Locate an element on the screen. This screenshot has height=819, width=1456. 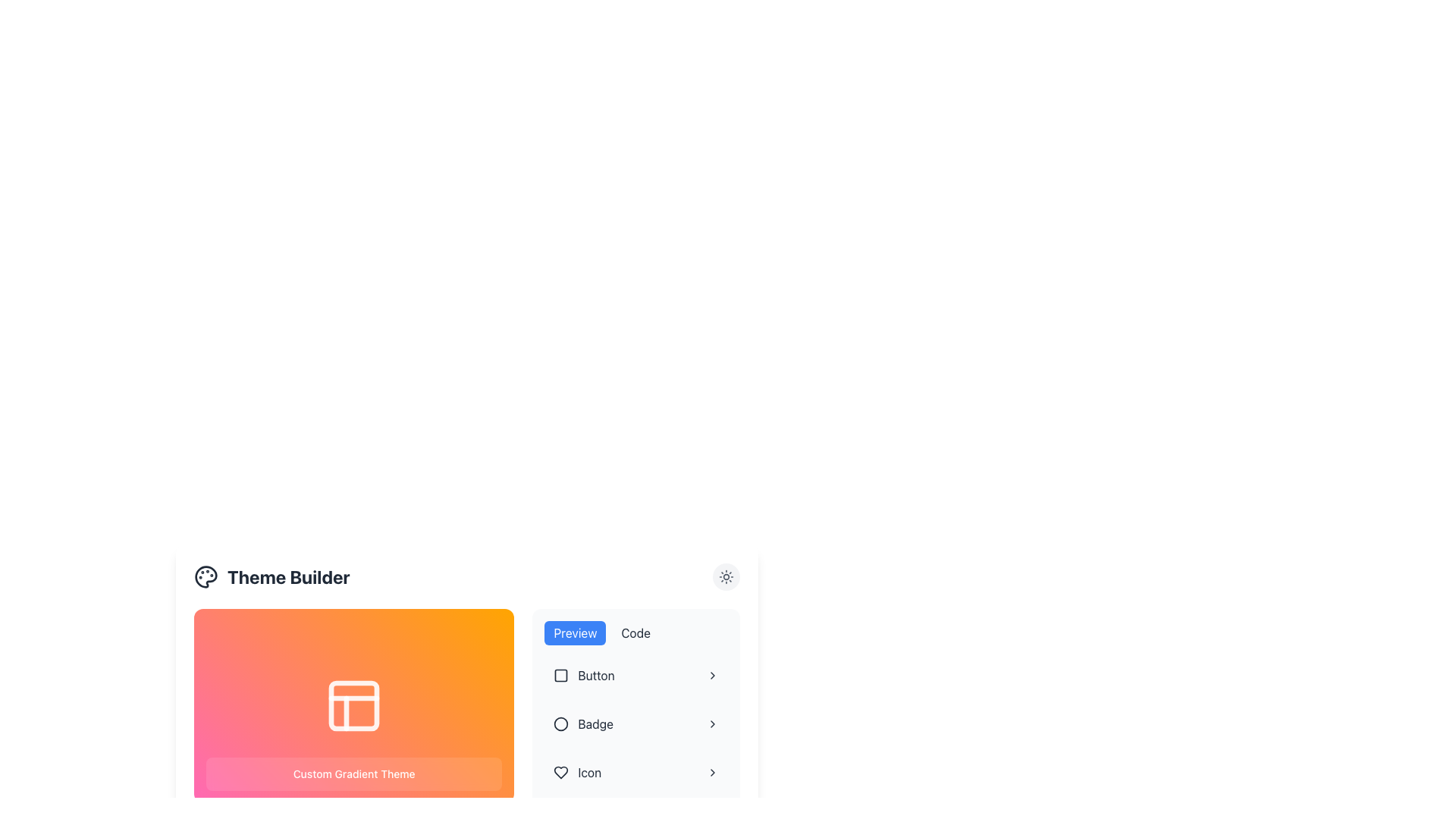
the small, right-pointing chevron icon located at the far right end of the 'Badge' section is located at coordinates (712, 723).